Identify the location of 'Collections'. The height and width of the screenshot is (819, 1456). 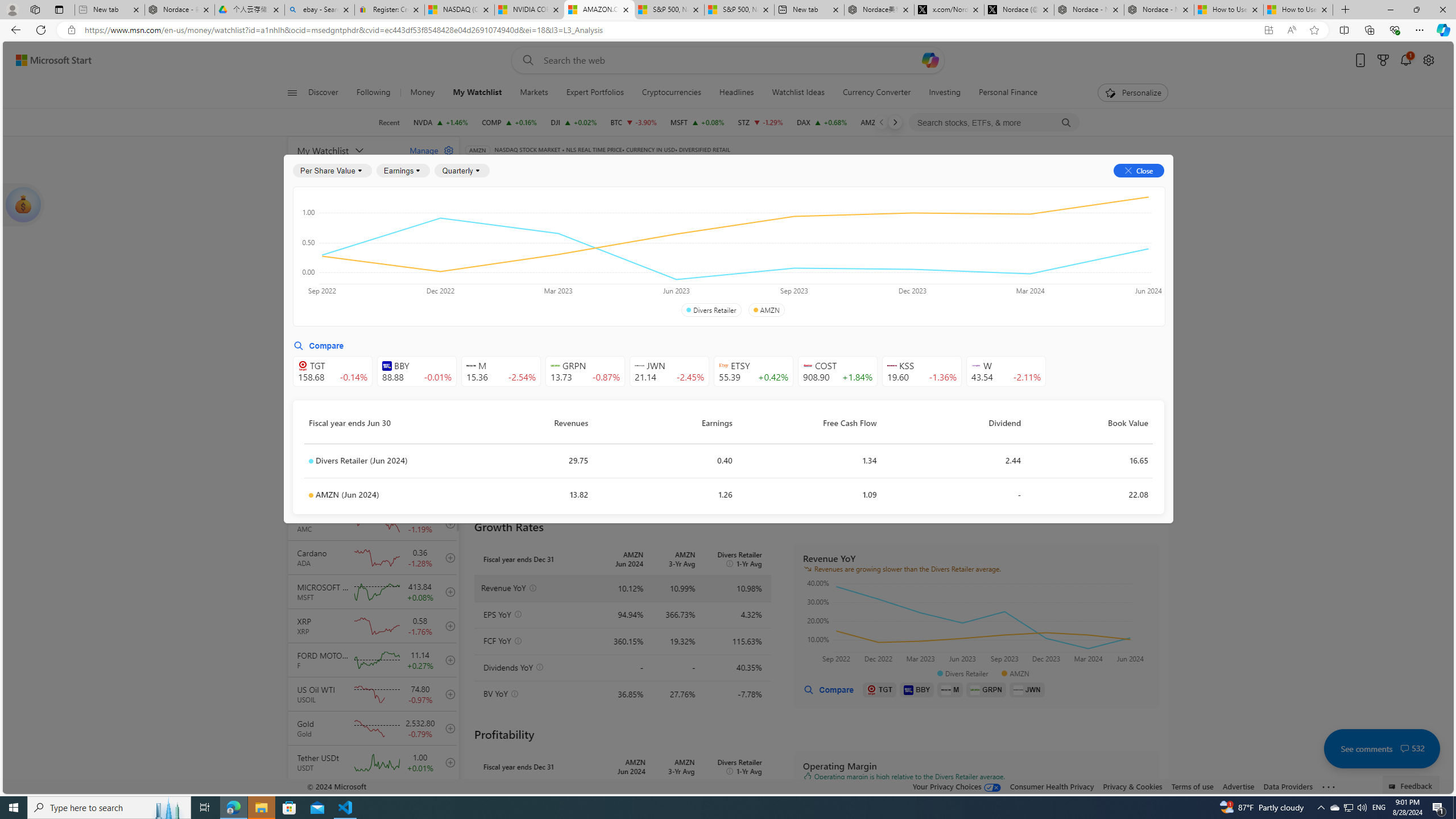
(1368, 29).